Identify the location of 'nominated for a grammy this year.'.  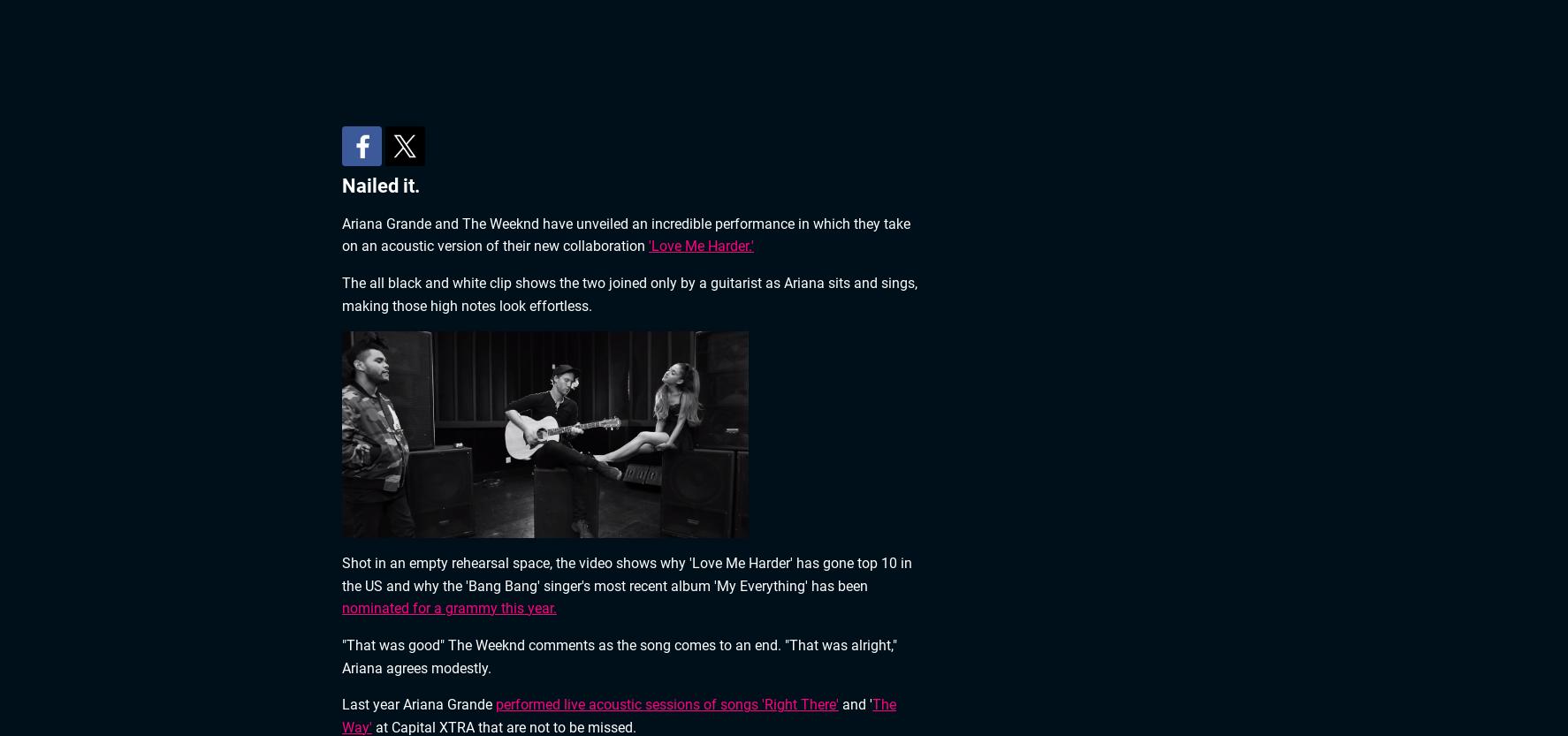
(449, 607).